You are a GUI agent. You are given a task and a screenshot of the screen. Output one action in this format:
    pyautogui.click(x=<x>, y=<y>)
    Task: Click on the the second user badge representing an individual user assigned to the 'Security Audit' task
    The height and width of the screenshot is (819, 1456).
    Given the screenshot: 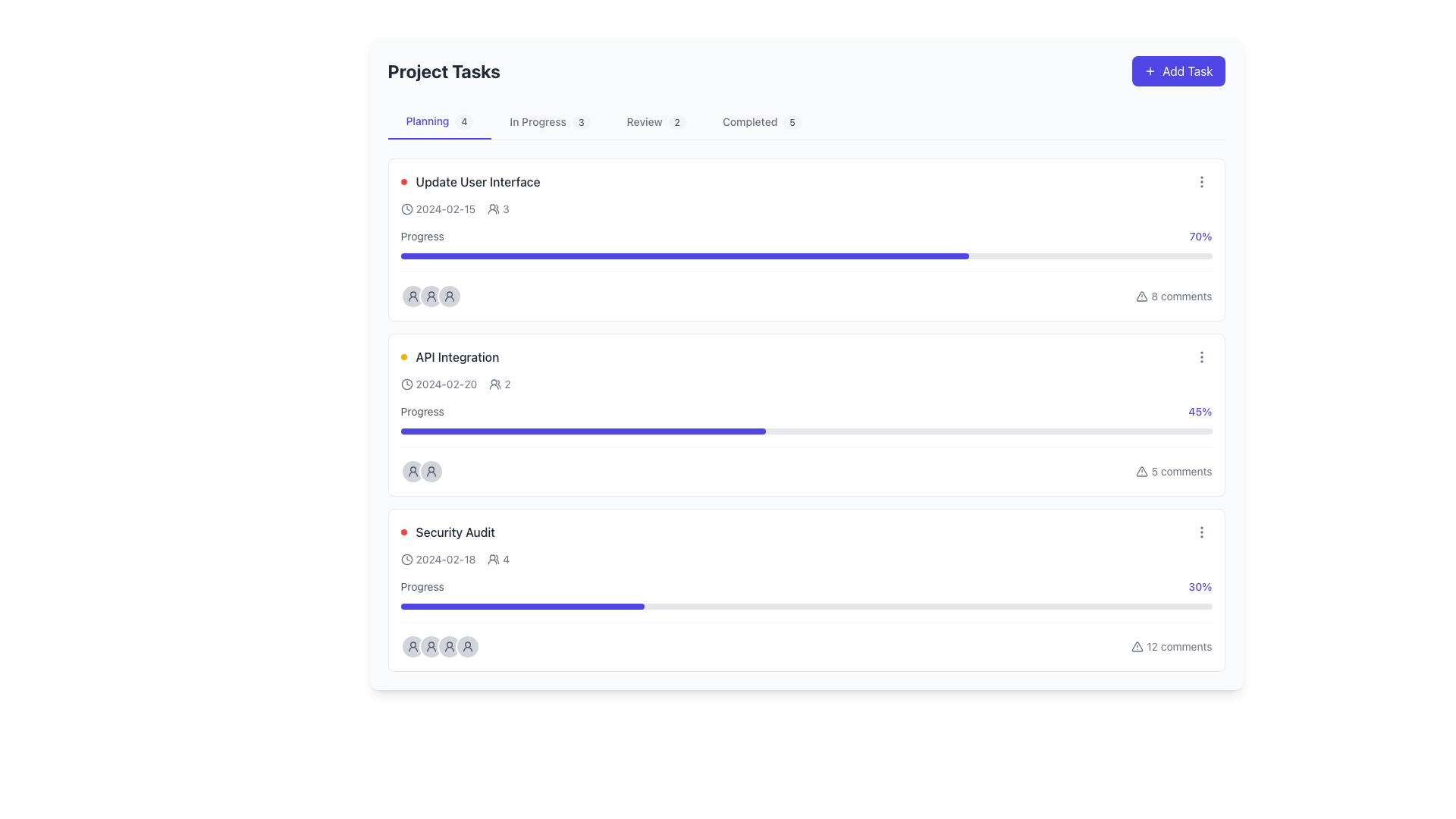 What is the action you would take?
    pyautogui.click(x=430, y=646)
    